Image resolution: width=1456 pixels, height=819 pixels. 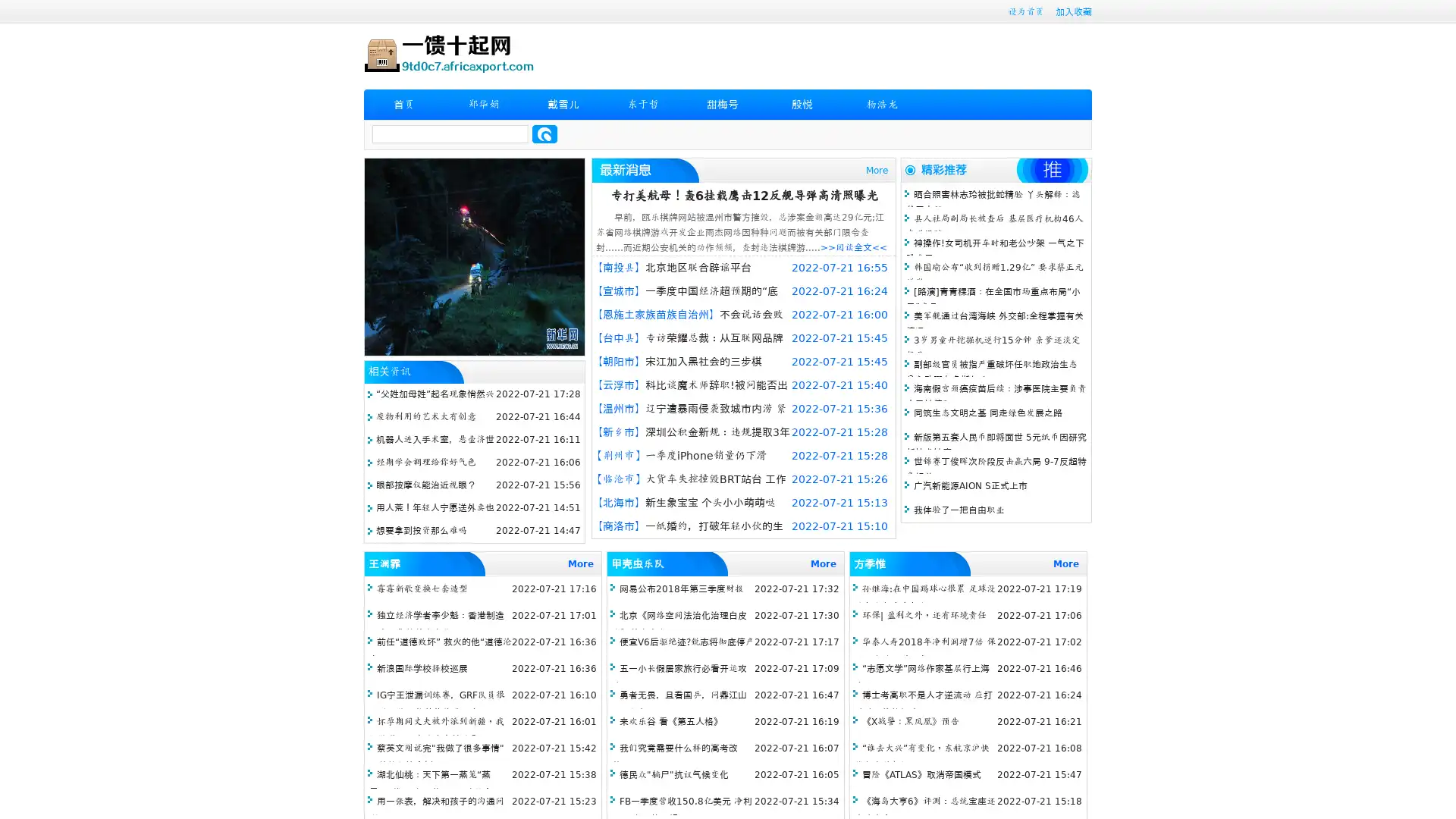 I want to click on Search, so click(x=544, y=133).